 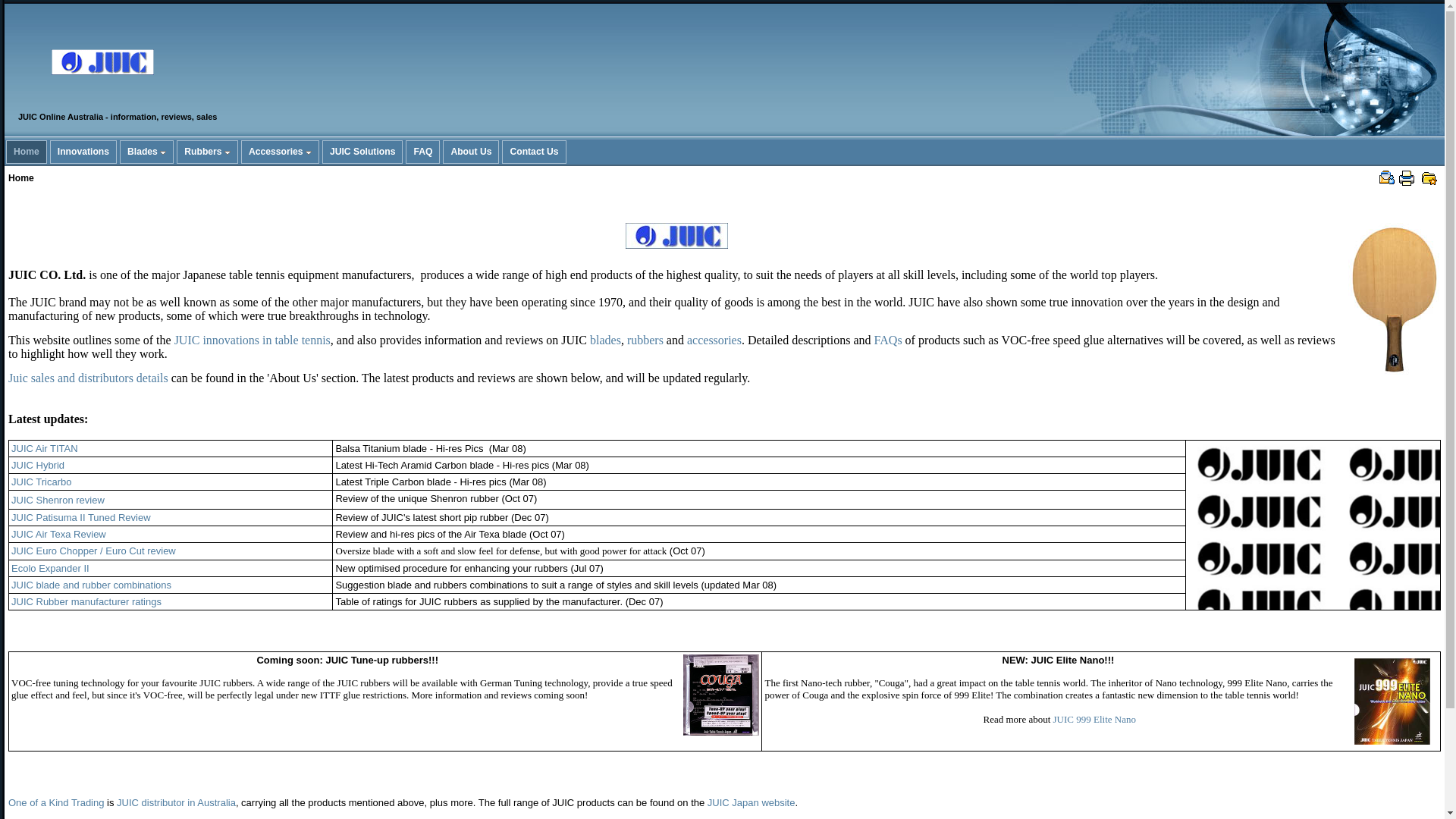 I want to click on 'JUIC blade and rubber combinations ', so click(x=11, y=584).